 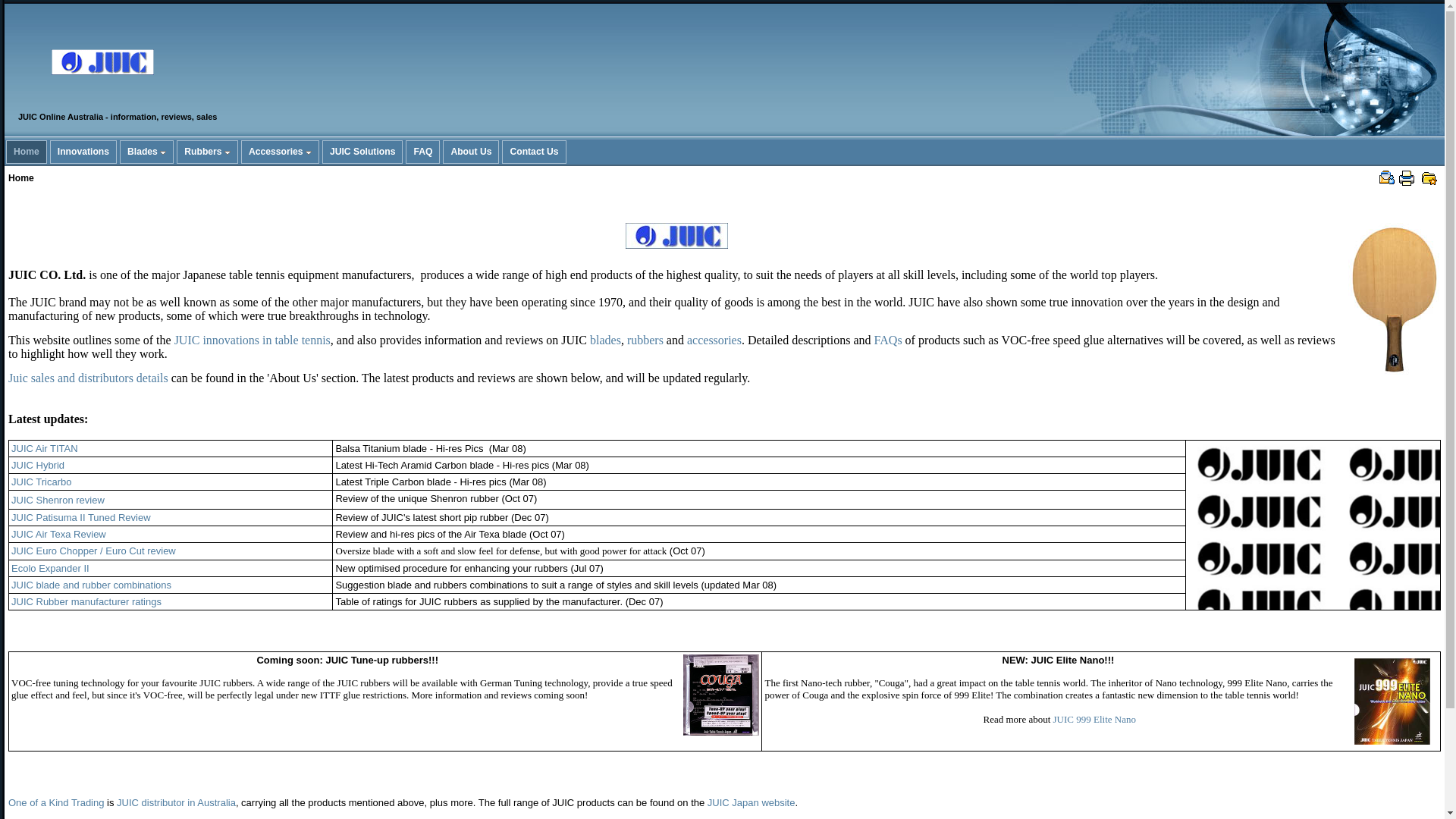 I want to click on 'JUIC blade and rubber combinations ', so click(x=11, y=584).